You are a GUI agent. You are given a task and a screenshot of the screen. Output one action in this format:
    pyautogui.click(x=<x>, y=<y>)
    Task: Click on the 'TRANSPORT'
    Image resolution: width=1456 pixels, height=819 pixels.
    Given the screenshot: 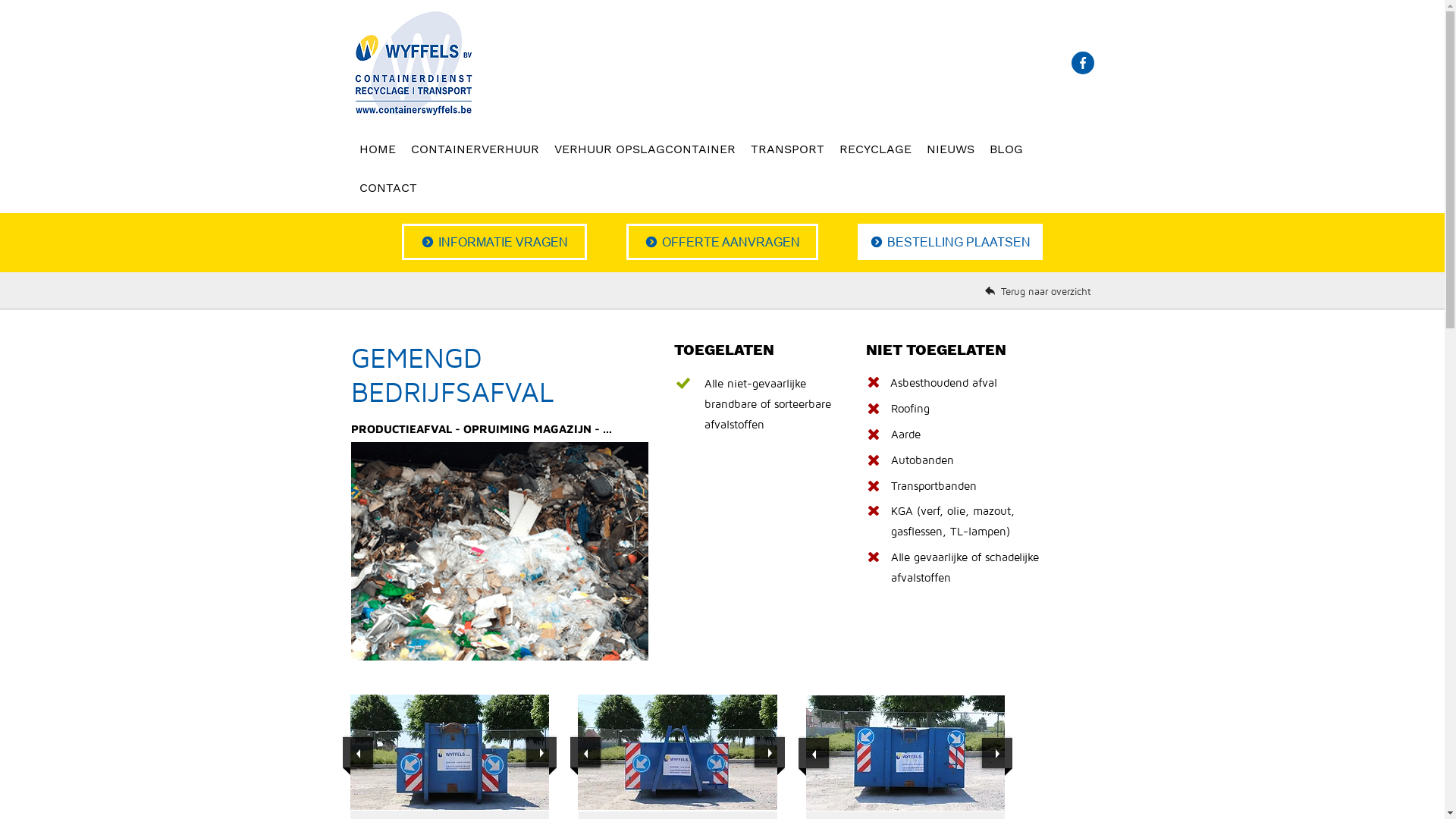 What is the action you would take?
    pyautogui.click(x=787, y=149)
    